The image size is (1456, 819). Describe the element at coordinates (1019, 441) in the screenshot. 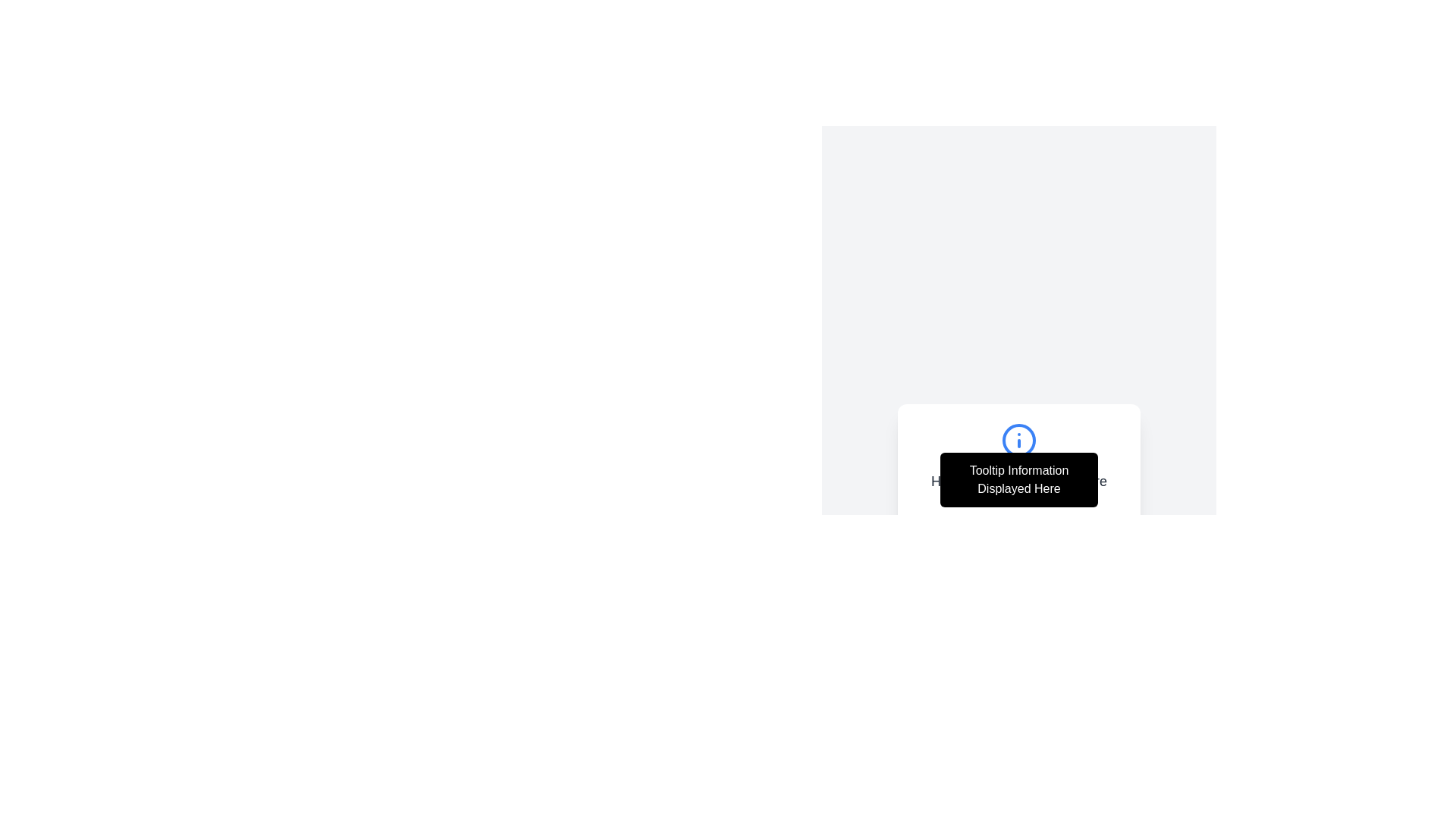

I see `the information icon located at the top of the card component, which indicates additional details` at that location.